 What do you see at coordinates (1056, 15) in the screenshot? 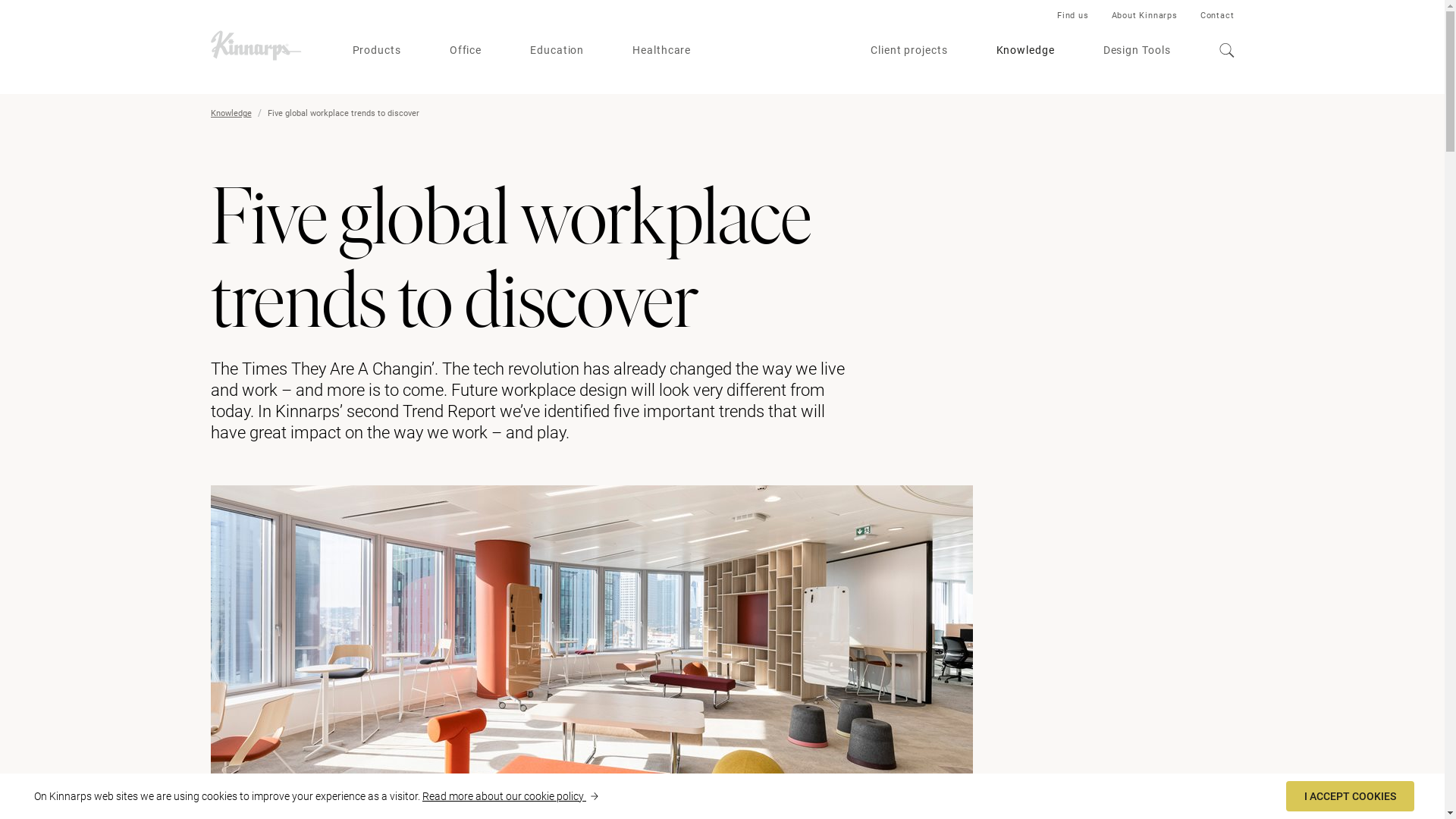
I see `'Find us'` at bounding box center [1056, 15].